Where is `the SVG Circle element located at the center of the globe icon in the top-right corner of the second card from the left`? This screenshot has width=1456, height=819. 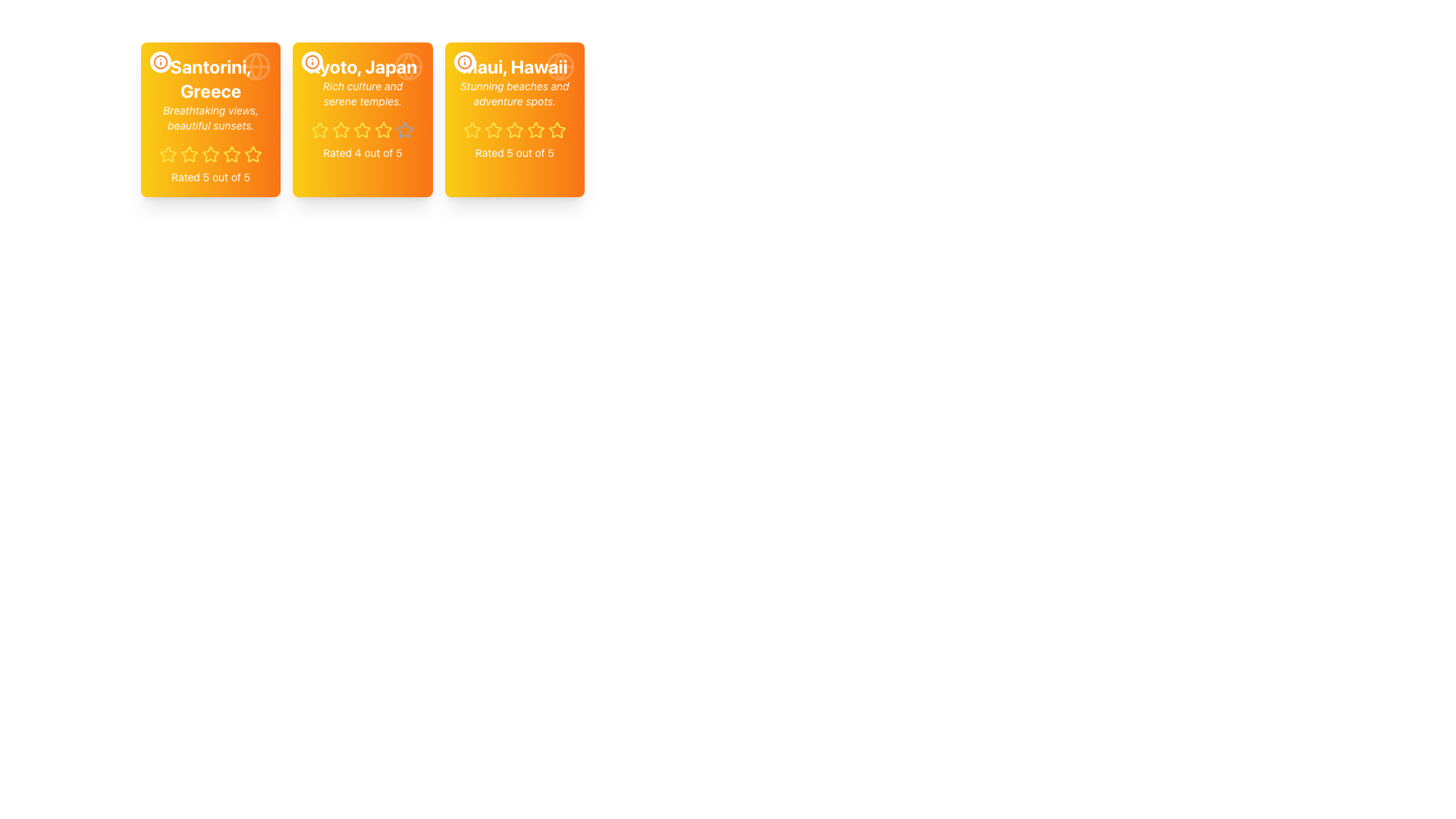 the SVG Circle element located at the center of the globe icon in the top-right corner of the second card from the left is located at coordinates (408, 66).